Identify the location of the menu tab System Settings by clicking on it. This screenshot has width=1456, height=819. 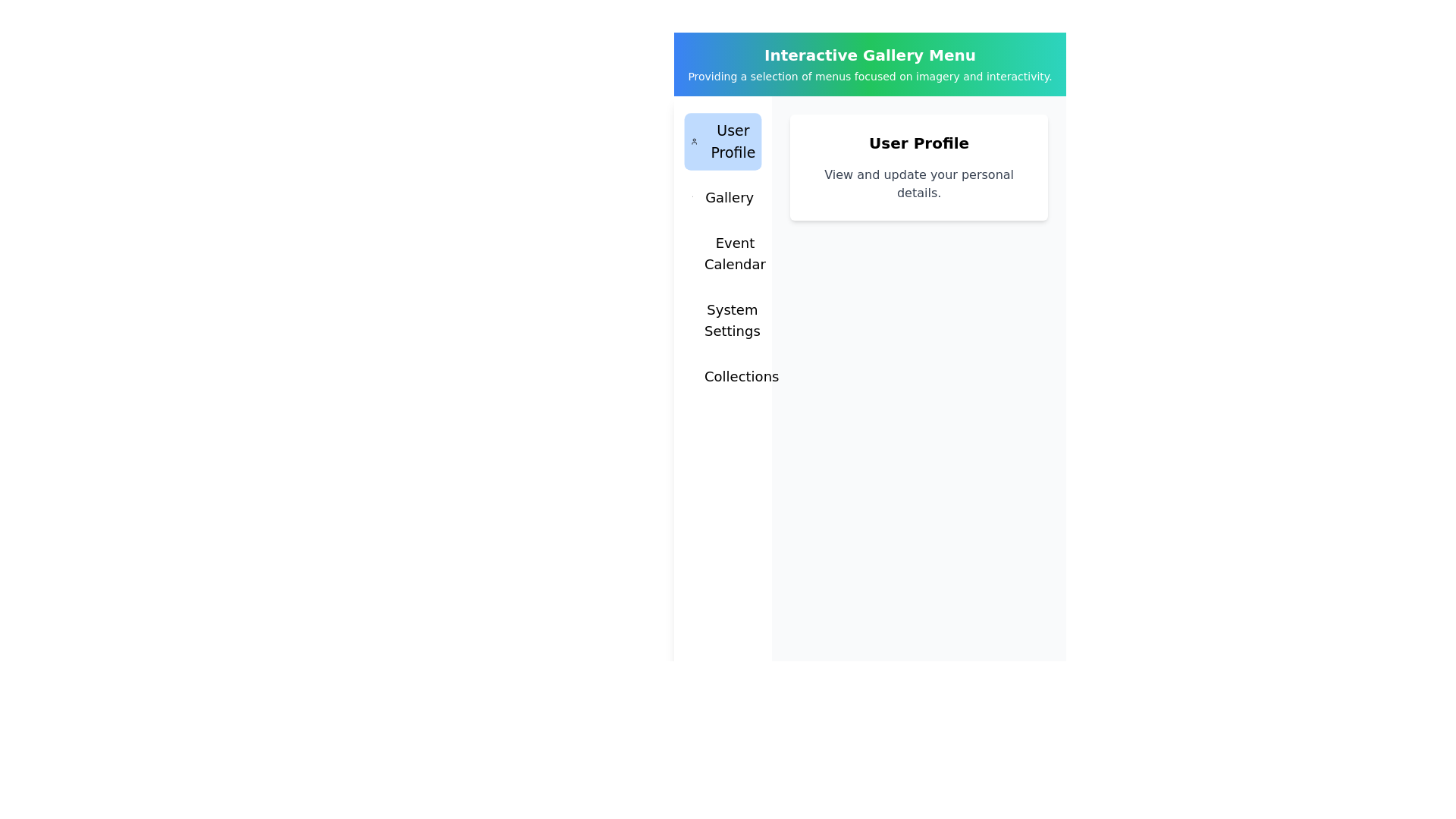
(722, 320).